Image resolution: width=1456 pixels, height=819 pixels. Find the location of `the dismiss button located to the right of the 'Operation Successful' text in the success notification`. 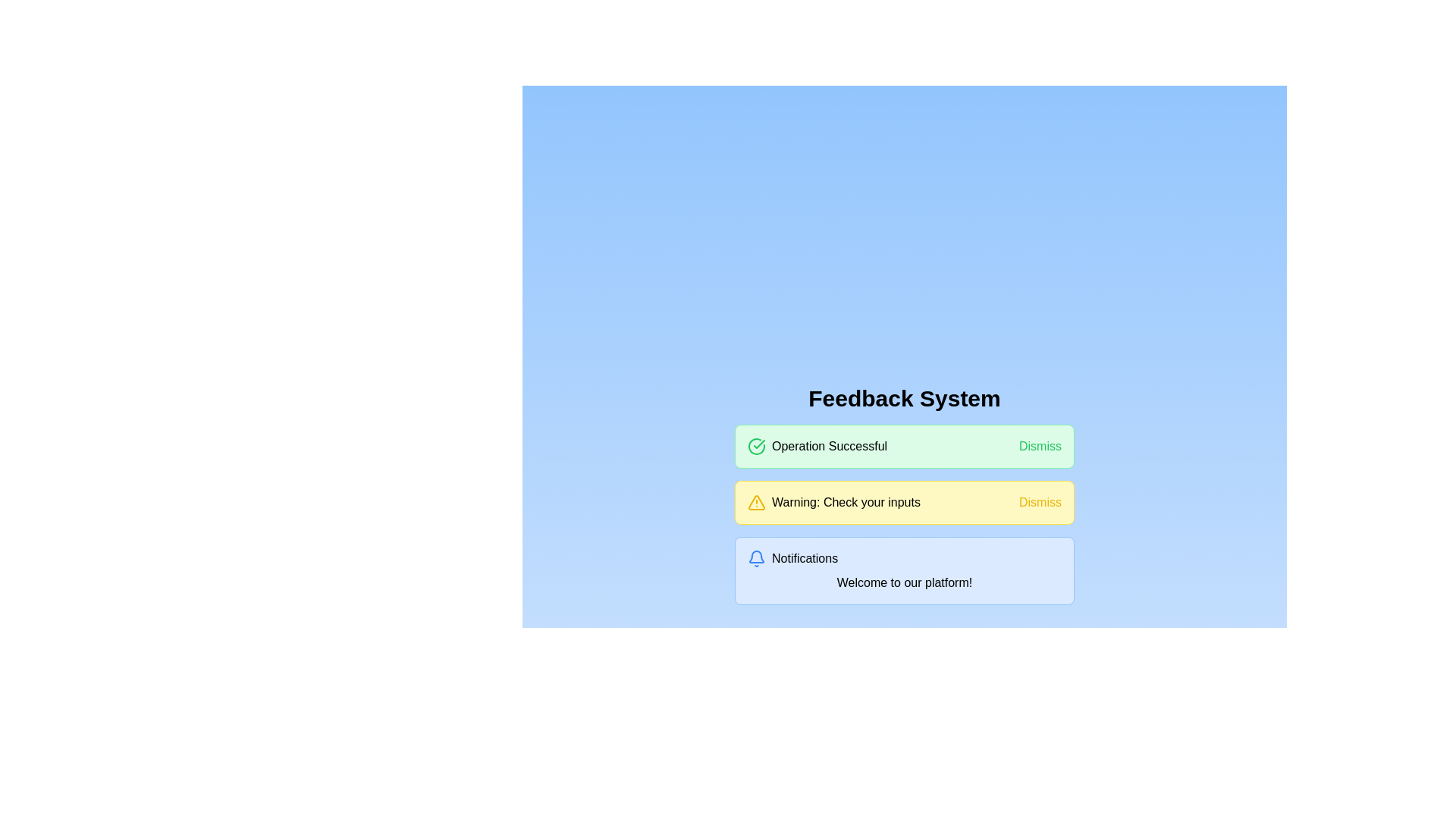

the dismiss button located to the right of the 'Operation Successful' text in the success notification is located at coordinates (1040, 446).